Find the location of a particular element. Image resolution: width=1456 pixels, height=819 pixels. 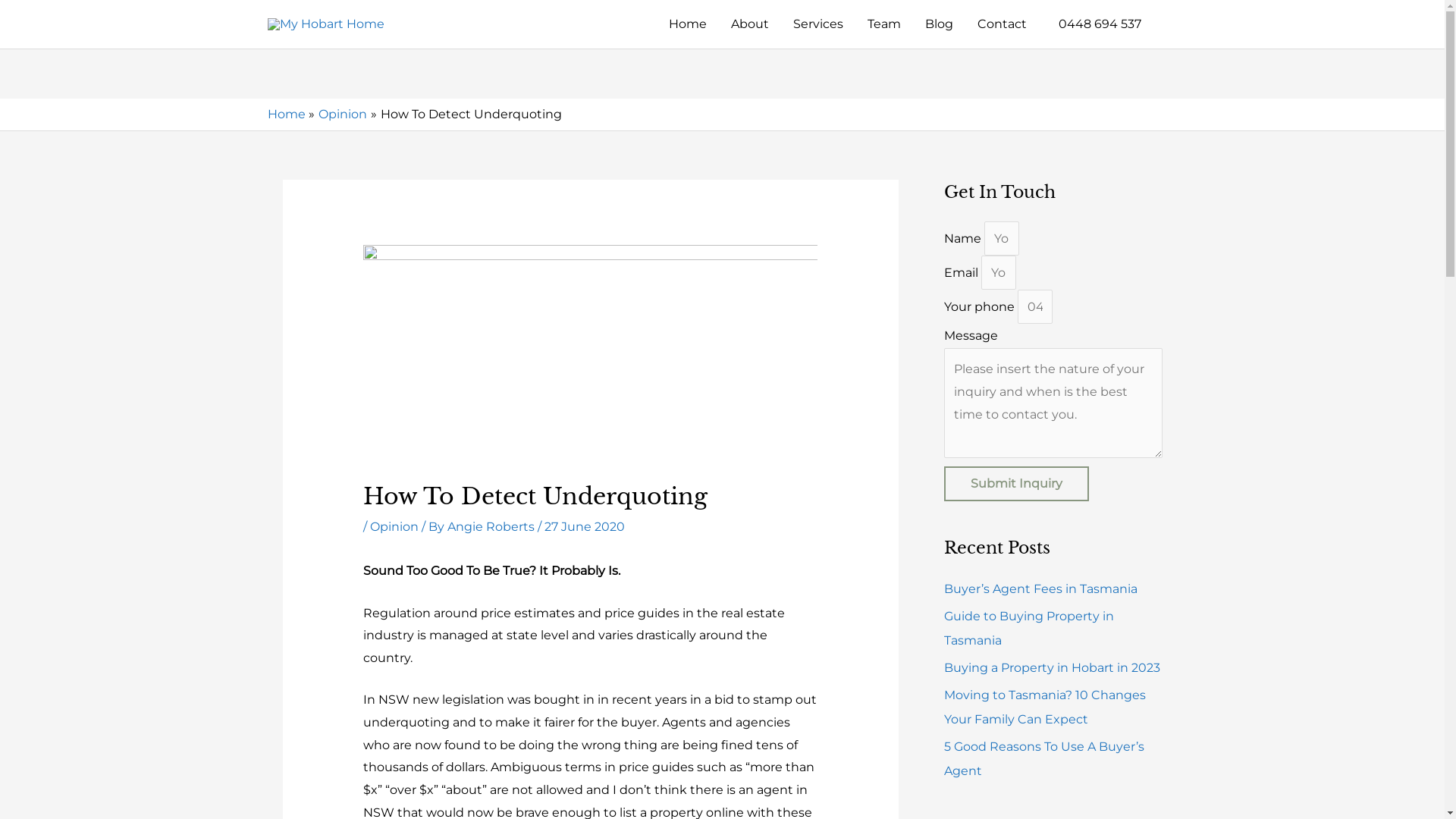

'Opinion' is located at coordinates (341, 113).